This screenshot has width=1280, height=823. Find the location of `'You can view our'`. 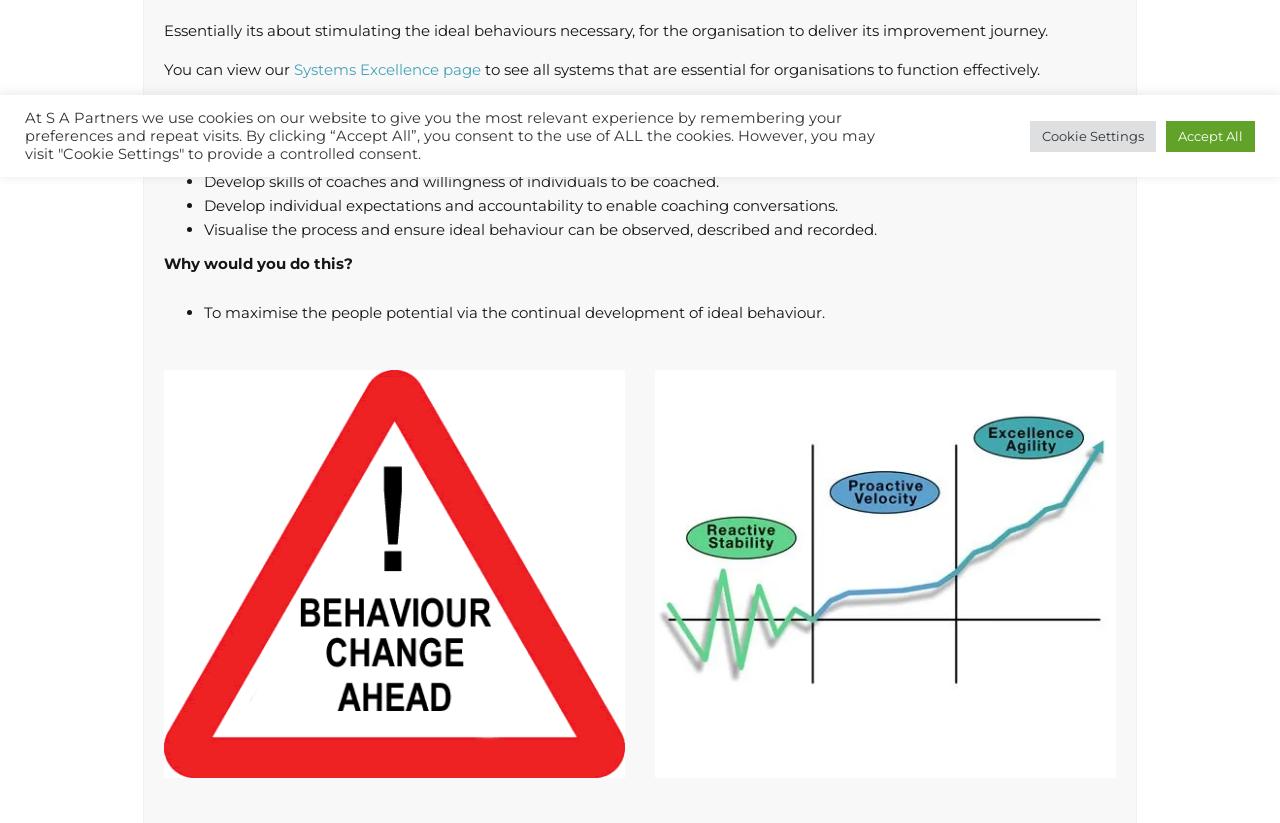

'You can view our' is located at coordinates (228, 69).